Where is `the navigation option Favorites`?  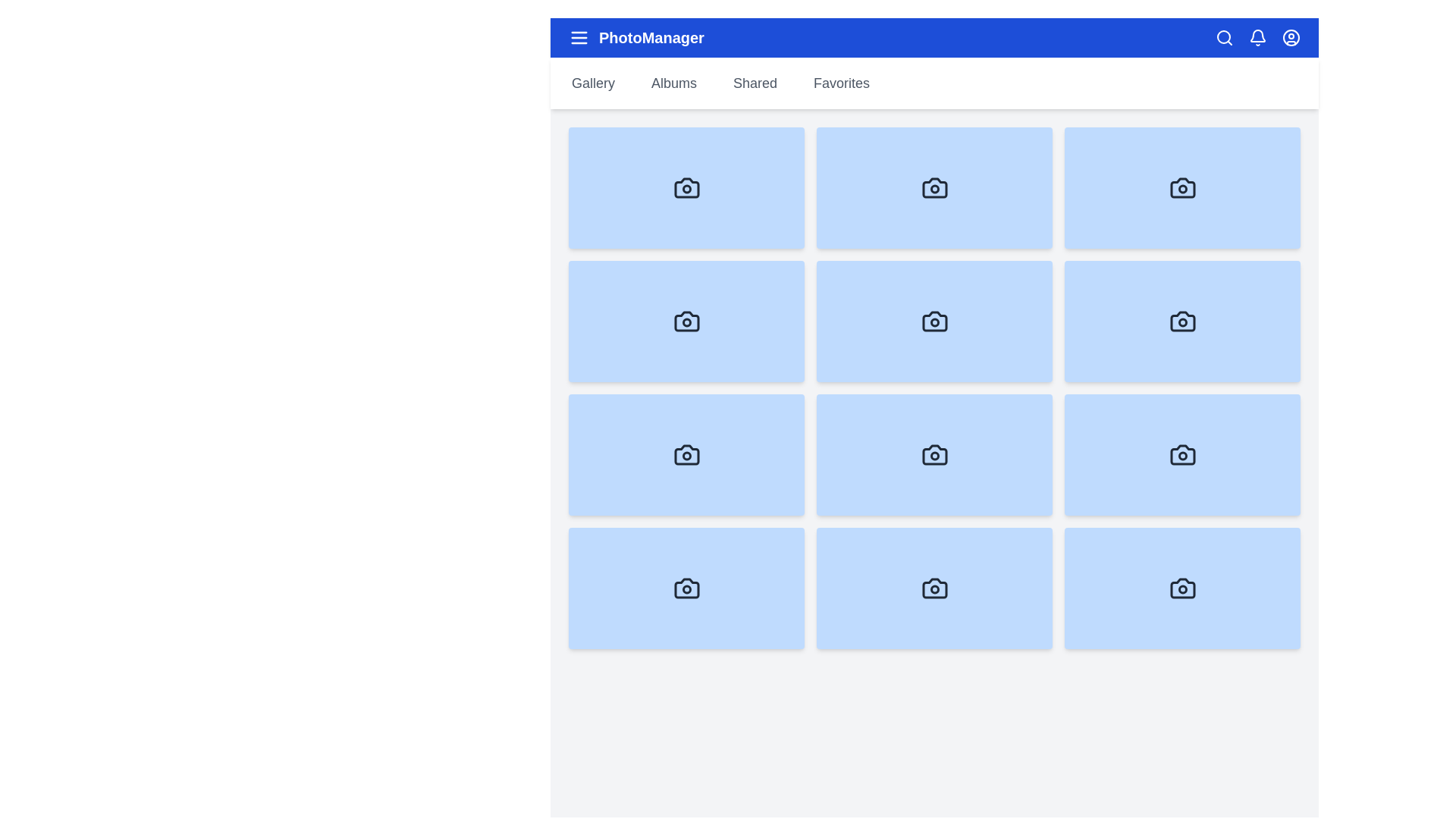 the navigation option Favorites is located at coordinates (840, 83).